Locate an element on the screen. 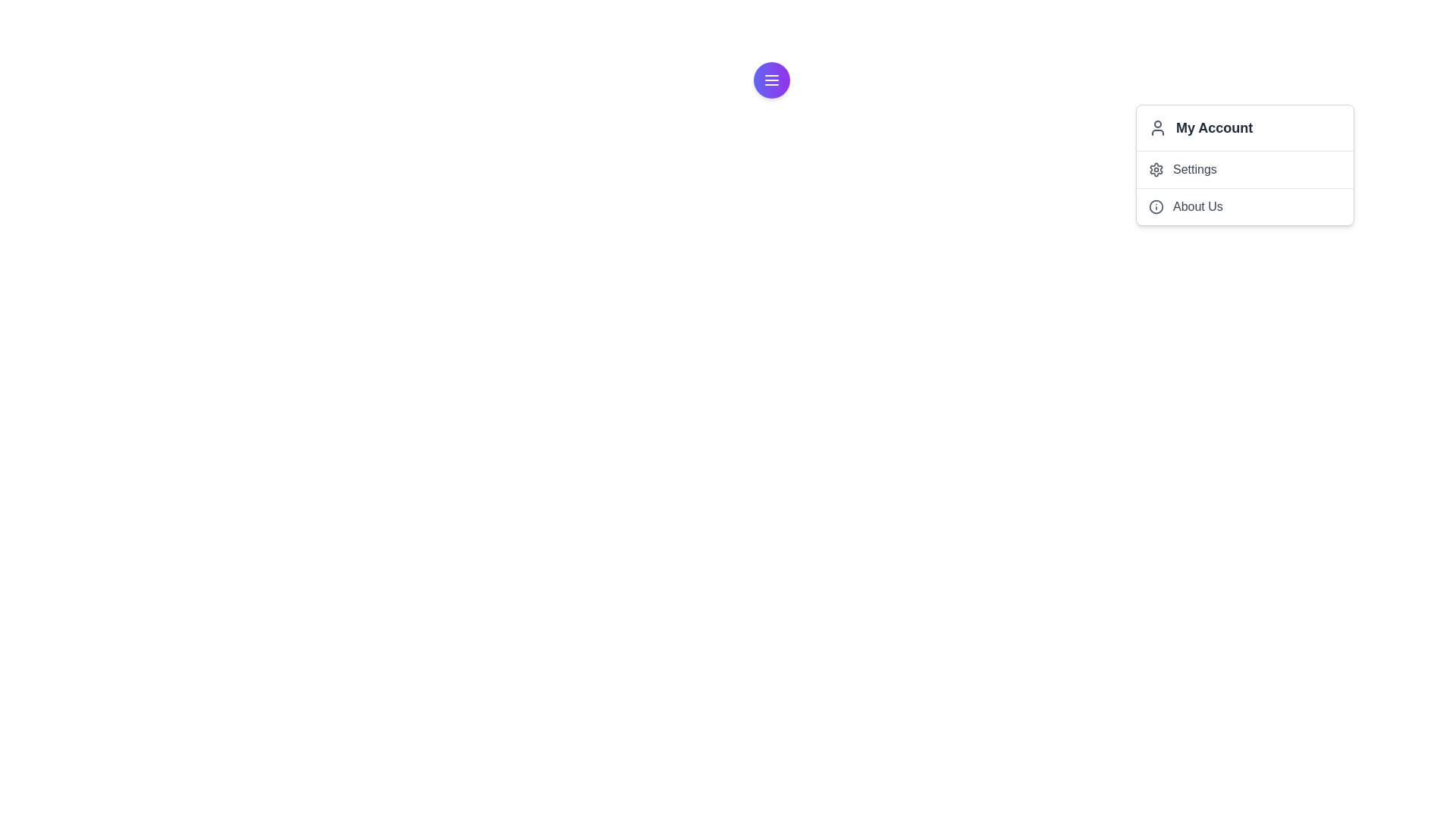 The height and width of the screenshot is (819, 1456). the circular button with a gradient background and a menu icon in the center is located at coordinates (771, 80).